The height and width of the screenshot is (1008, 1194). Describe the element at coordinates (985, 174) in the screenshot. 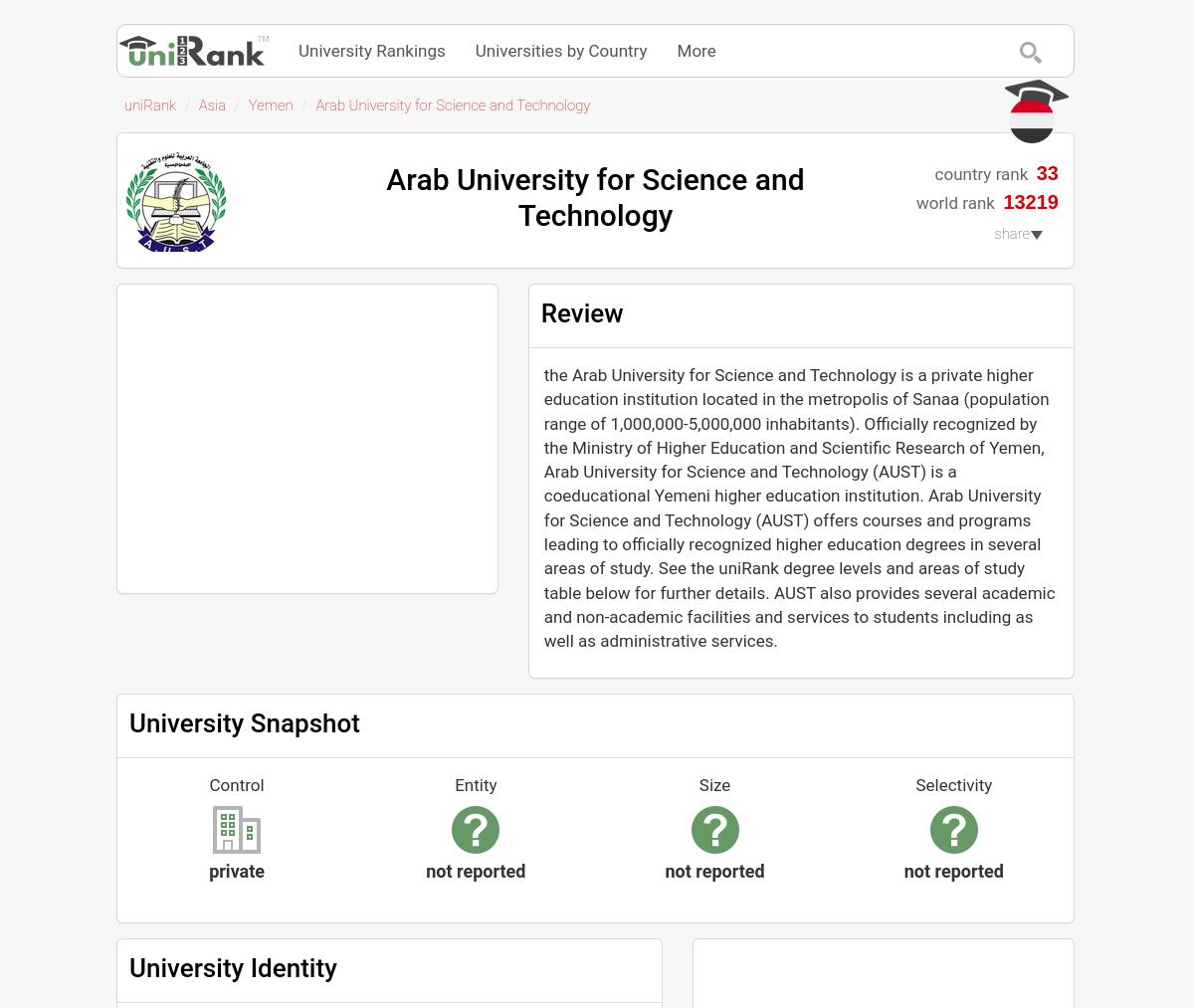

I see `'country rank'` at that location.